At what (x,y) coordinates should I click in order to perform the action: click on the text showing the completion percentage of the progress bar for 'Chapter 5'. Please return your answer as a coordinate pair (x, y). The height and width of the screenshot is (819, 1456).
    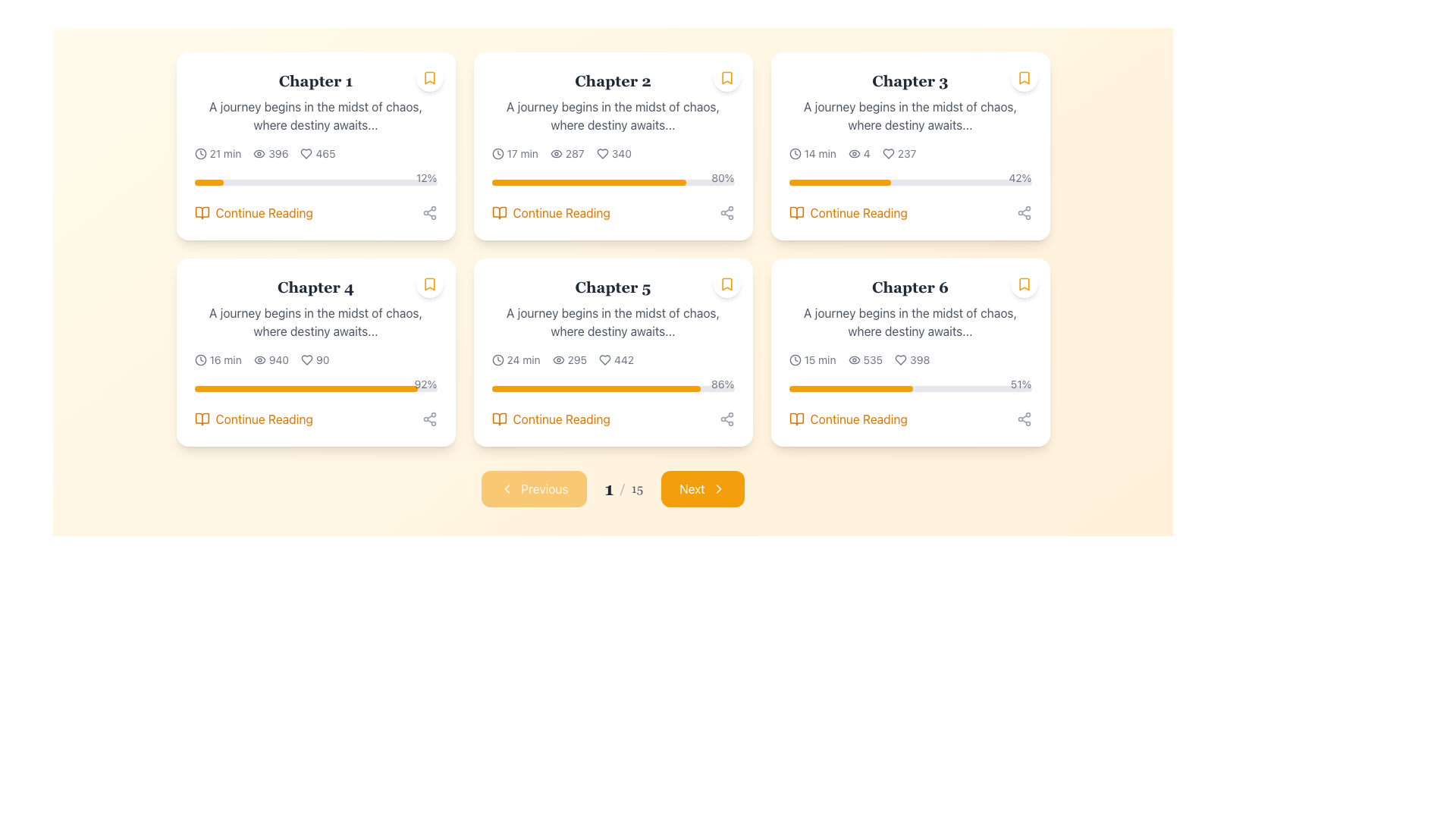
    Looking at the image, I should click on (613, 385).